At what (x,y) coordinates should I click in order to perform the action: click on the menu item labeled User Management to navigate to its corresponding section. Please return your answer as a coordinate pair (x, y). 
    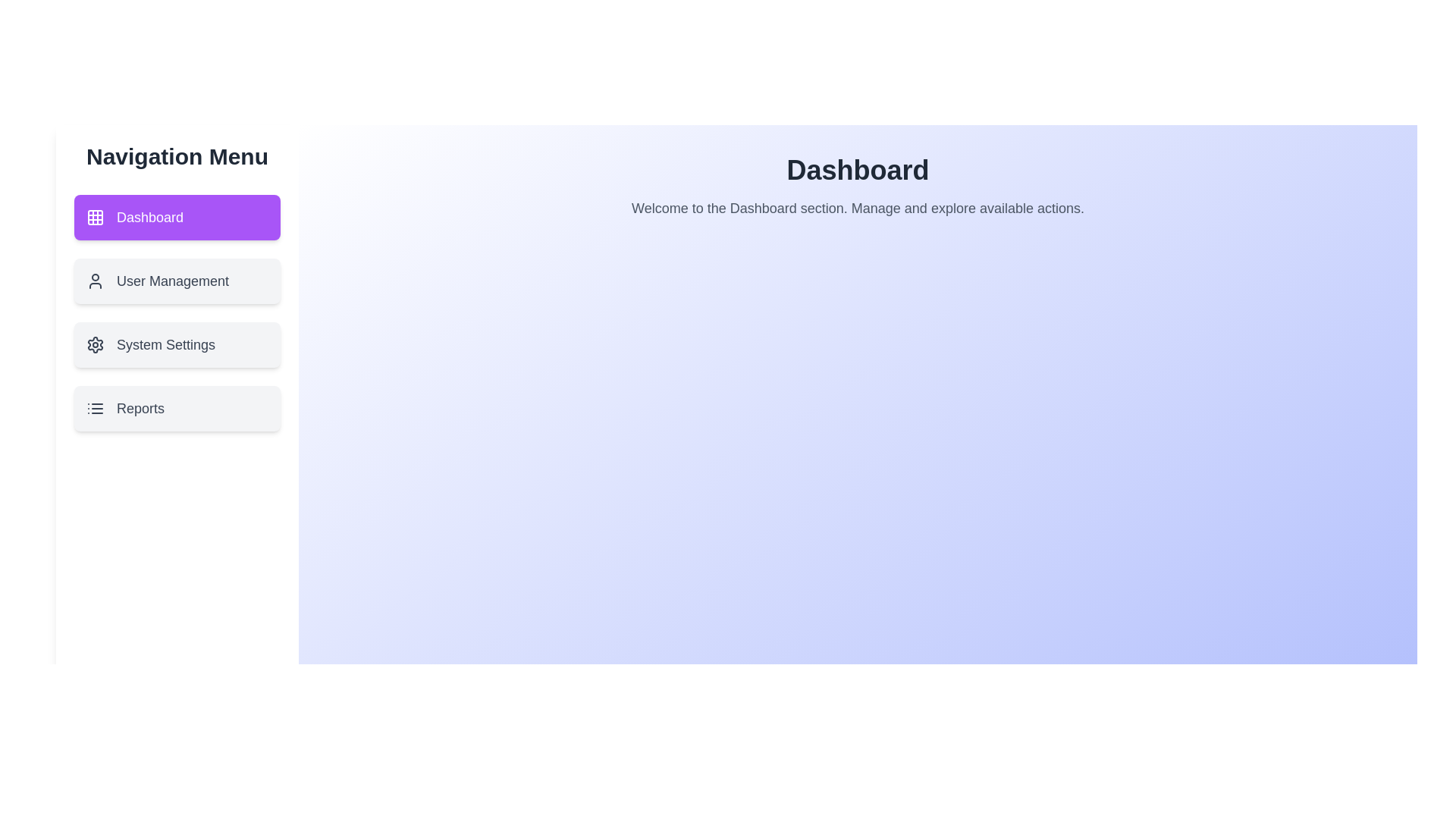
    Looking at the image, I should click on (177, 281).